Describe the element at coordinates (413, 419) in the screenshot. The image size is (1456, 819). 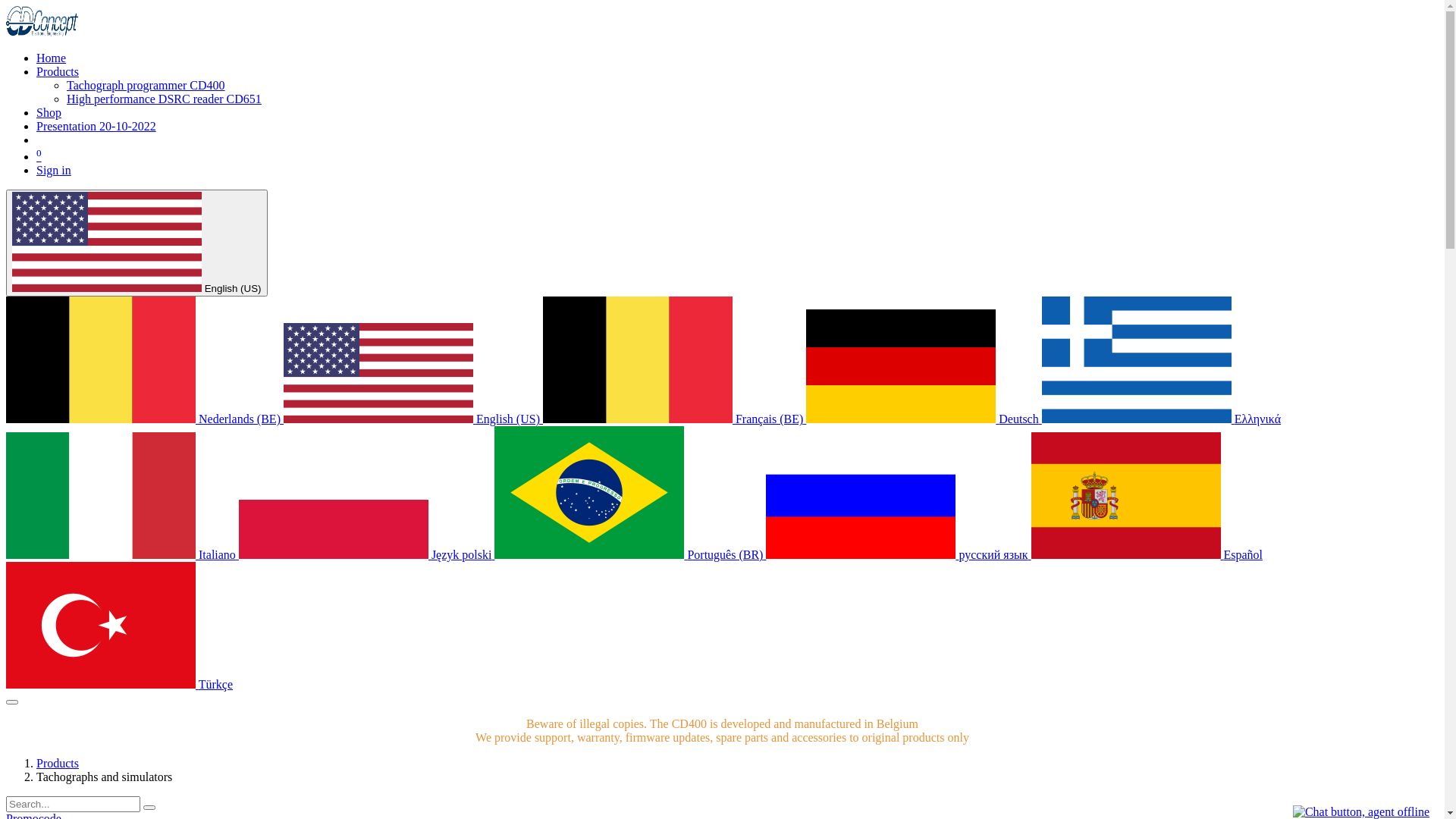
I see `'English (US)'` at that location.